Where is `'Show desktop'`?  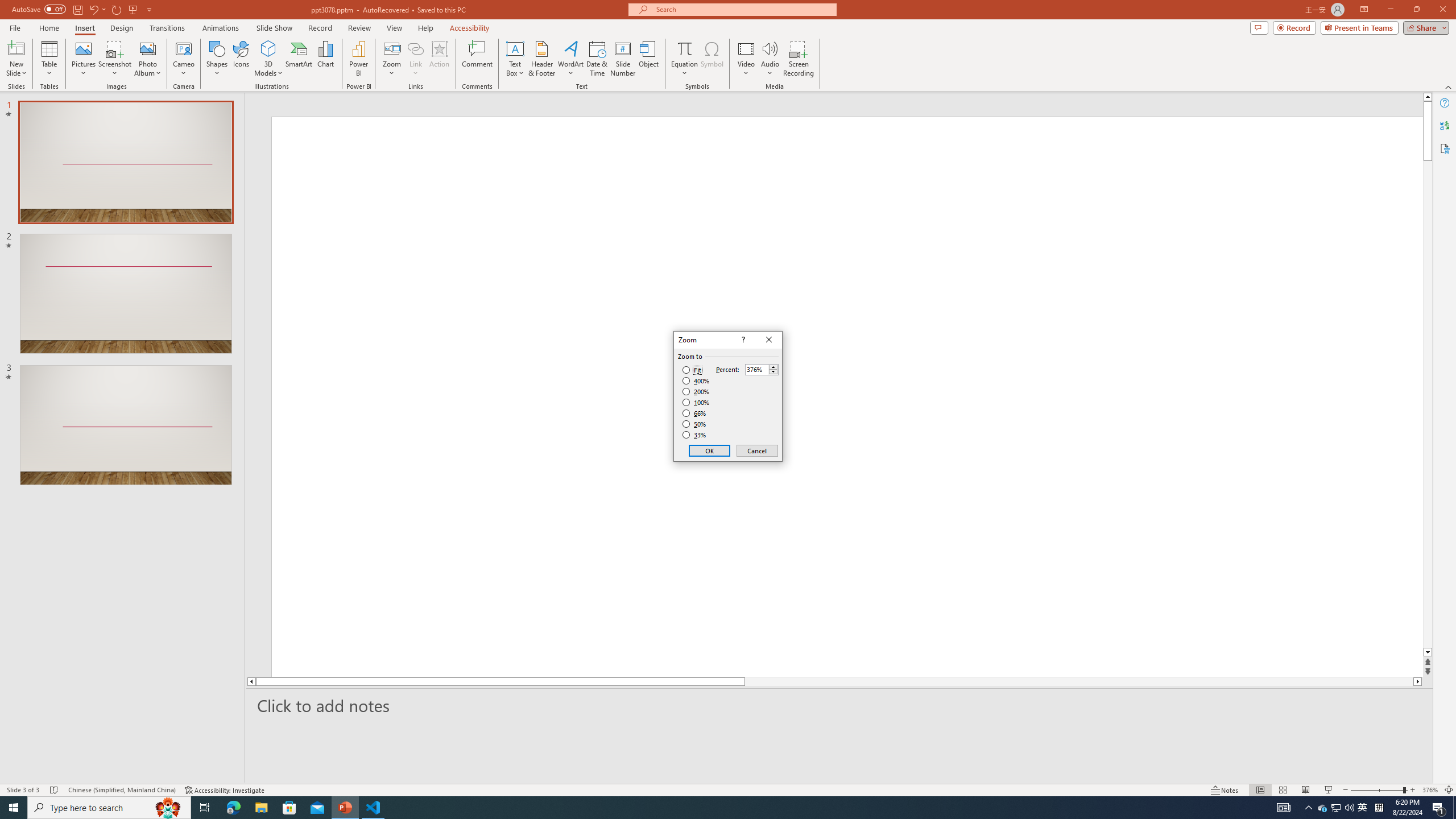
'Show desktop' is located at coordinates (1454, 806).